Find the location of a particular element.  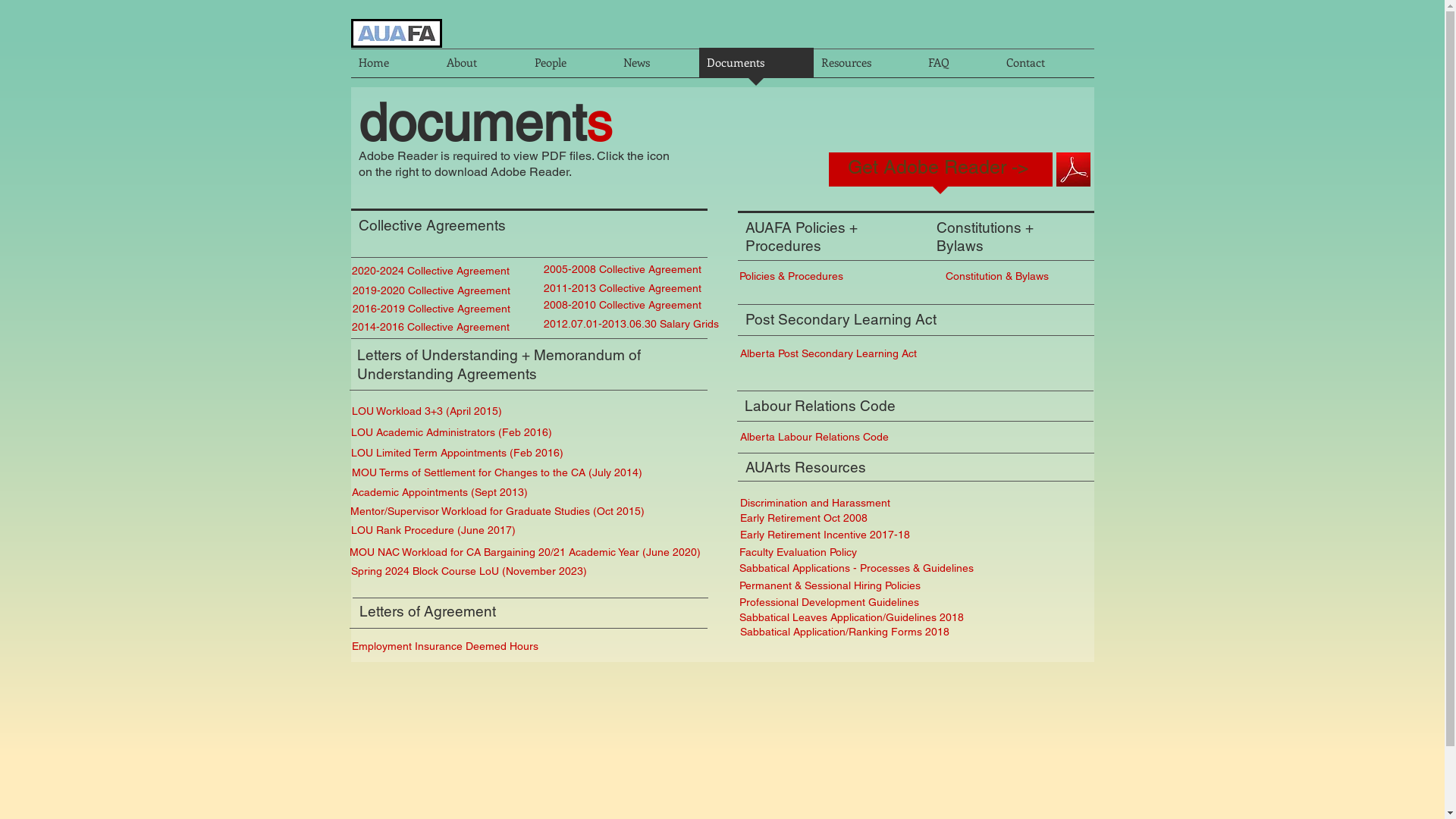

'Permanent & Sessional Hiring Policies' is located at coordinates (852, 585).